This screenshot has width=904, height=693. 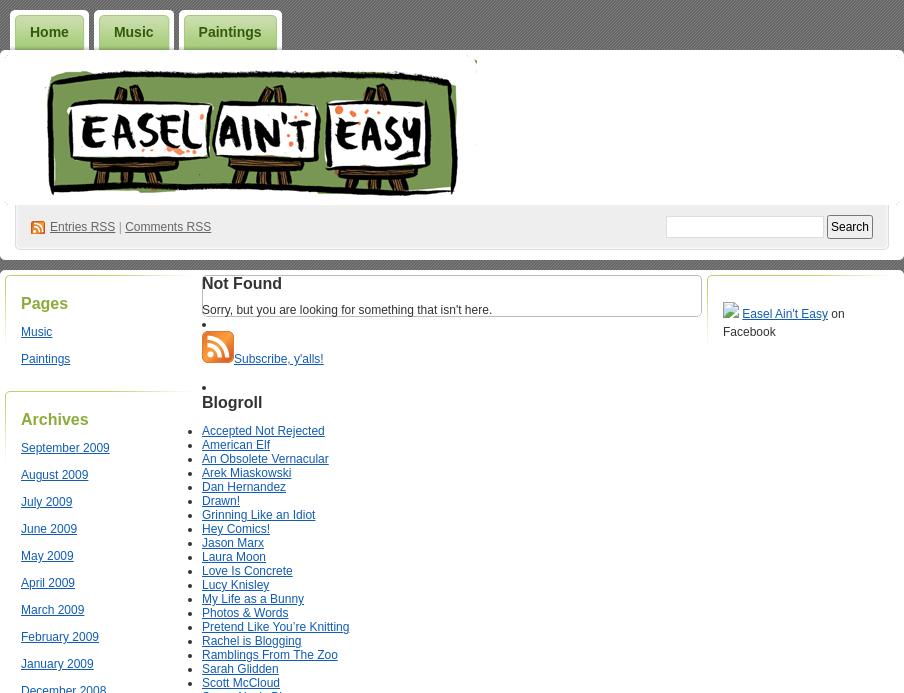 I want to click on 'January 2009', so click(x=56, y=663).